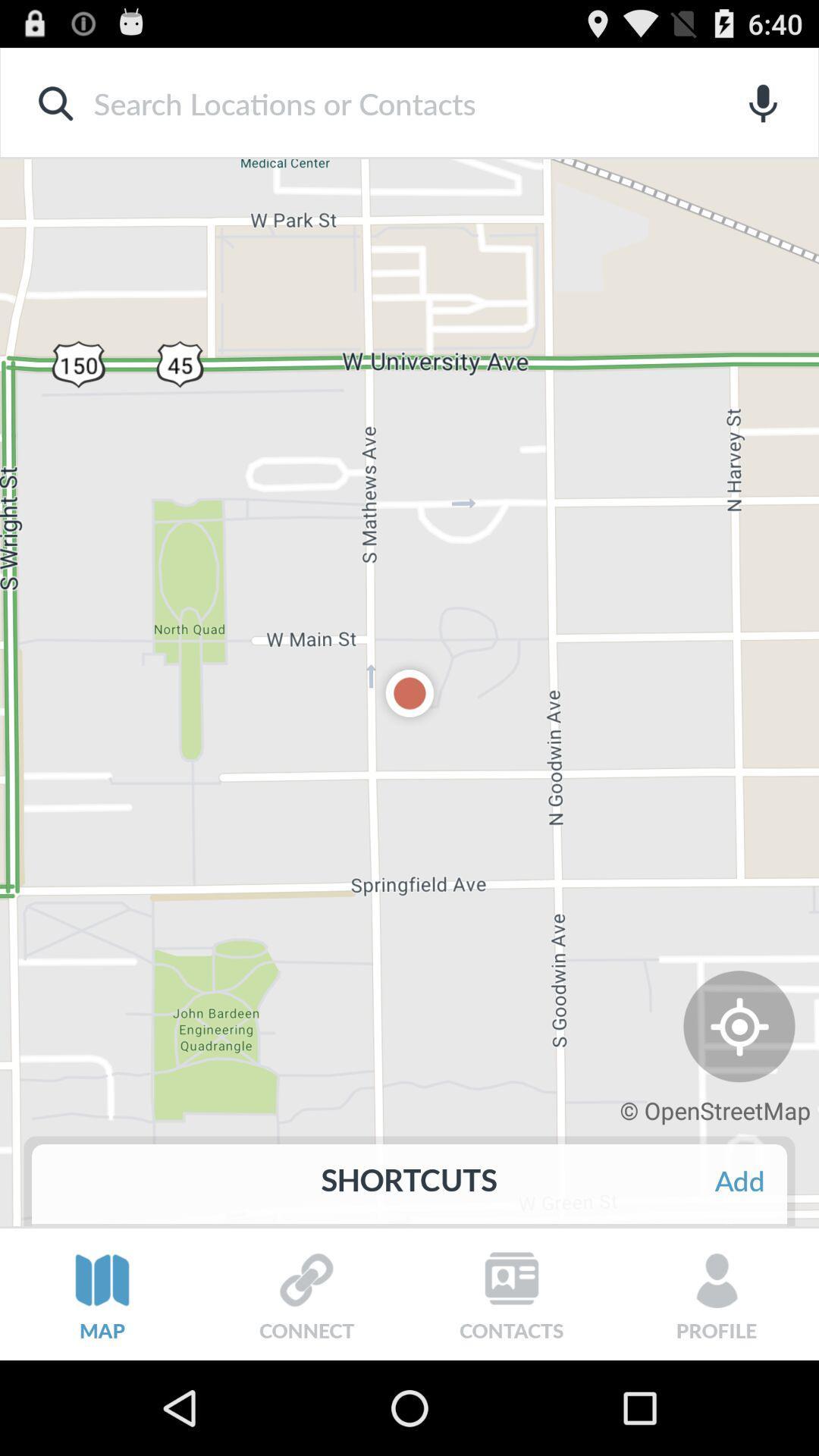  Describe the element at coordinates (384, 102) in the screenshot. I see `search bar` at that location.